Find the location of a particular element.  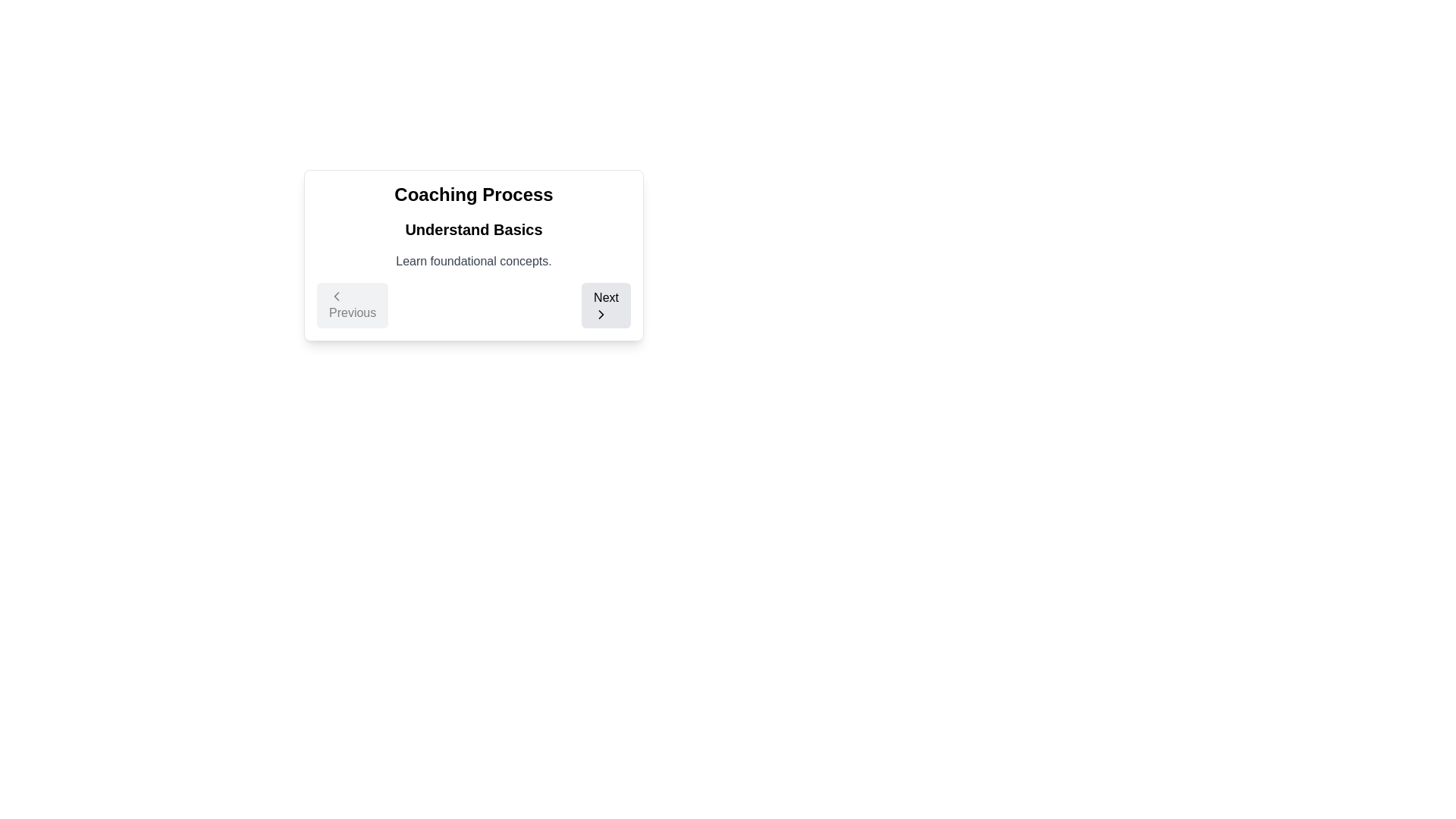

the right-facing chevron icon is located at coordinates (601, 314).